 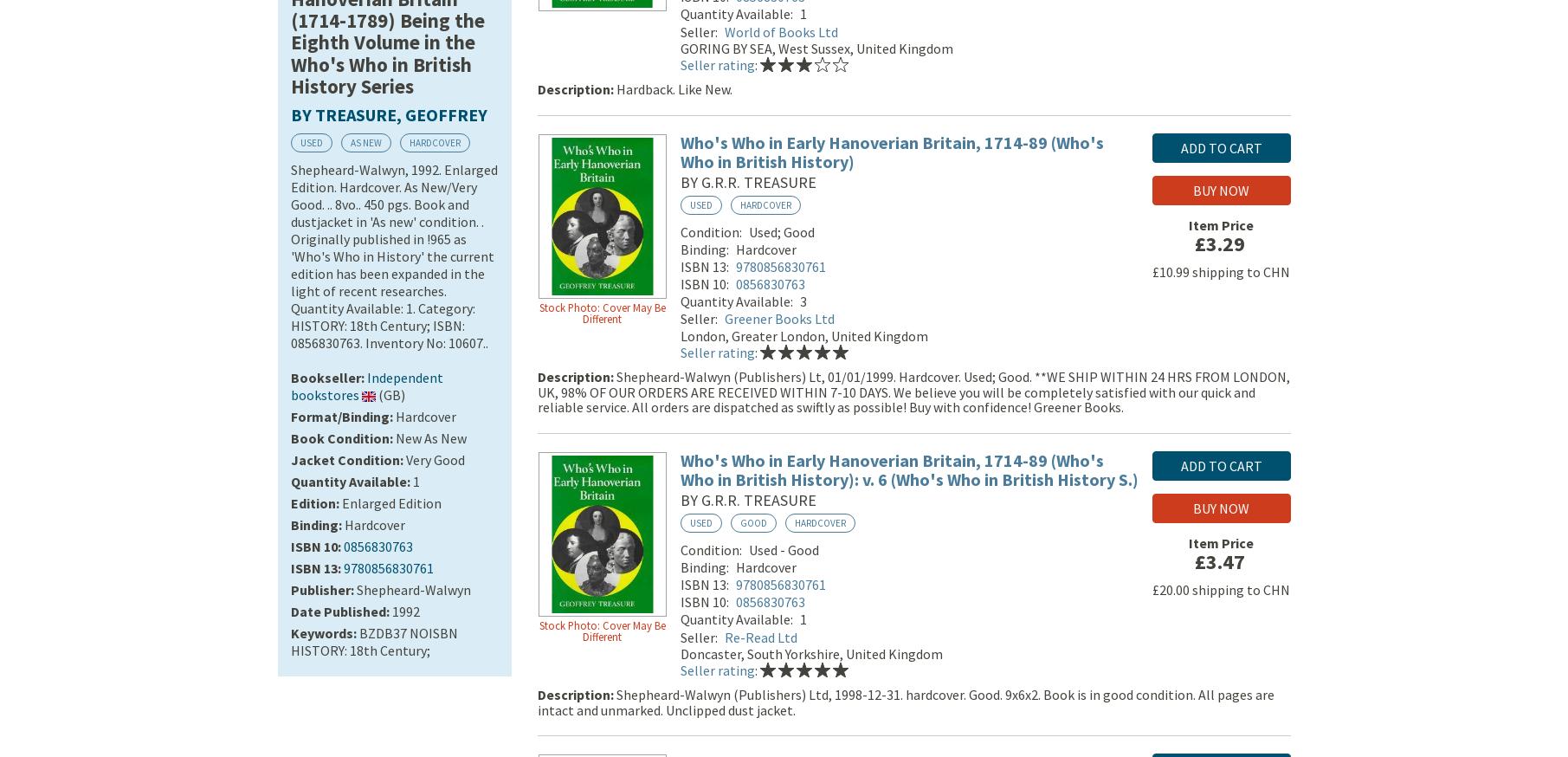 What do you see at coordinates (679, 656) in the screenshot?
I see `'Doncaster, South Yorkshire,'` at bounding box center [679, 656].